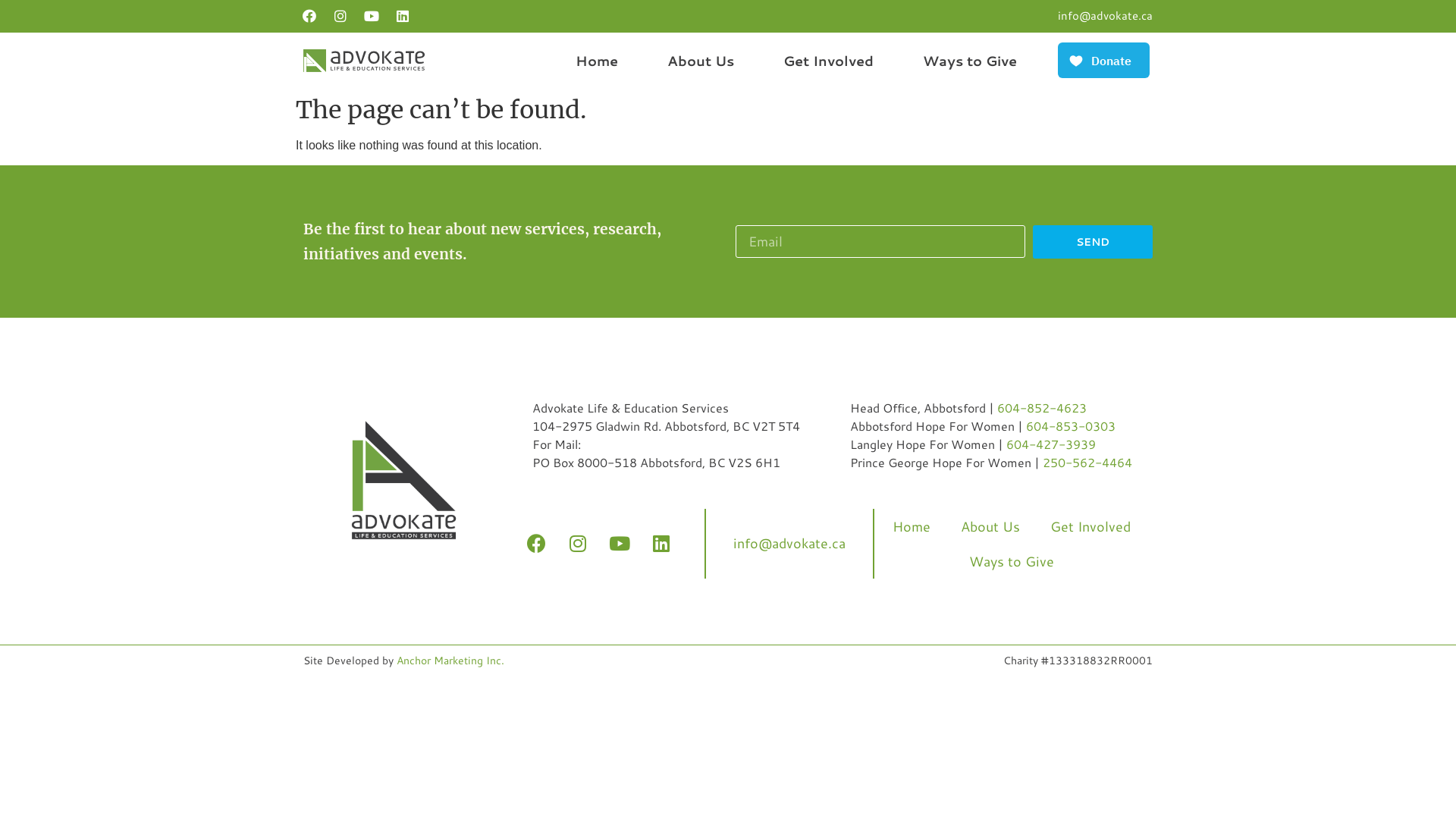 The image size is (1456, 819). Describe the element at coordinates (1054, 59) in the screenshot. I see `'Donate Button'` at that location.